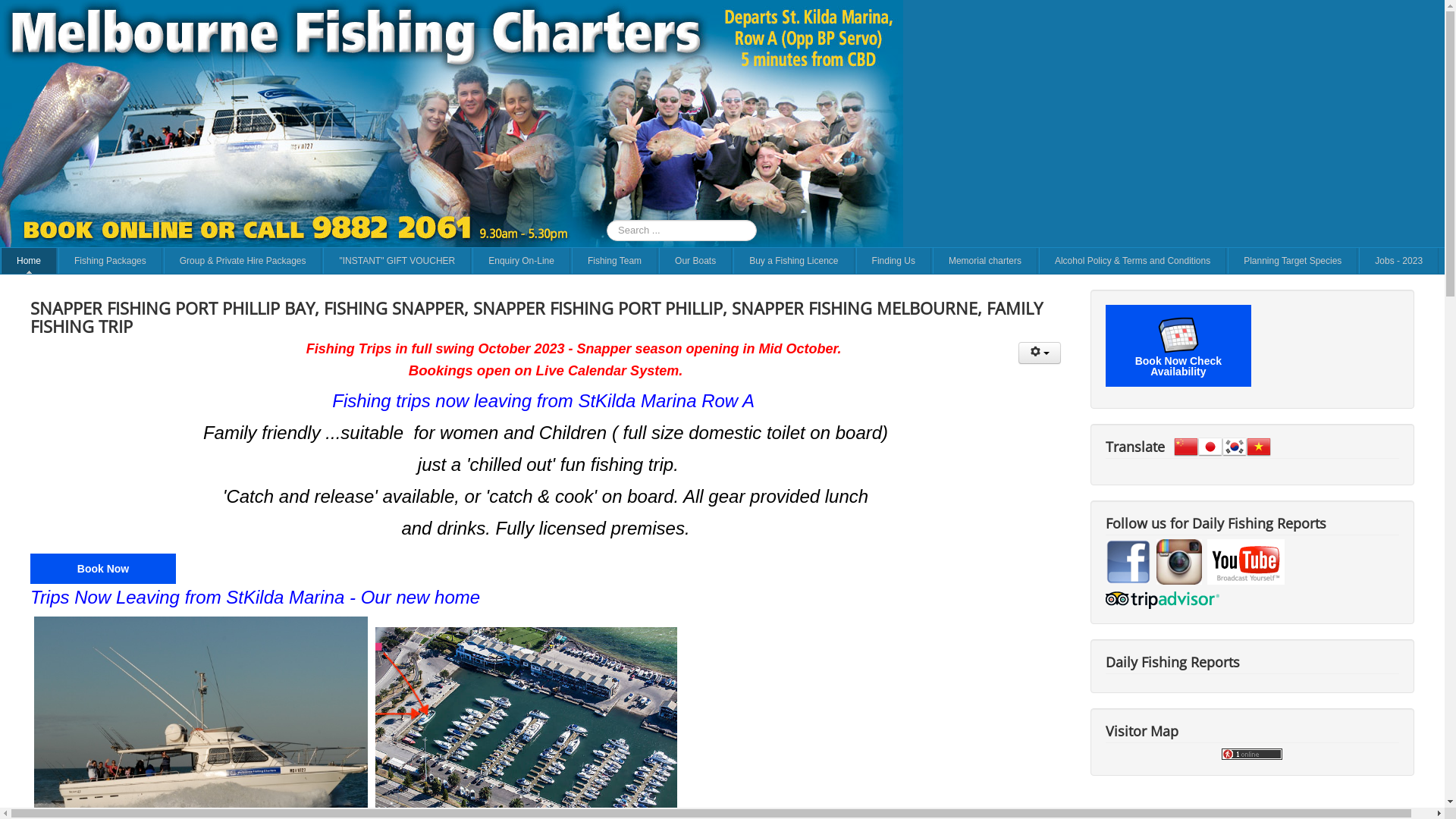 Image resolution: width=1456 pixels, height=819 pixels. What do you see at coordinates (58, 259) in the screenshot?
I see `'Fishing Packages'` at bounding box center [58, 259].